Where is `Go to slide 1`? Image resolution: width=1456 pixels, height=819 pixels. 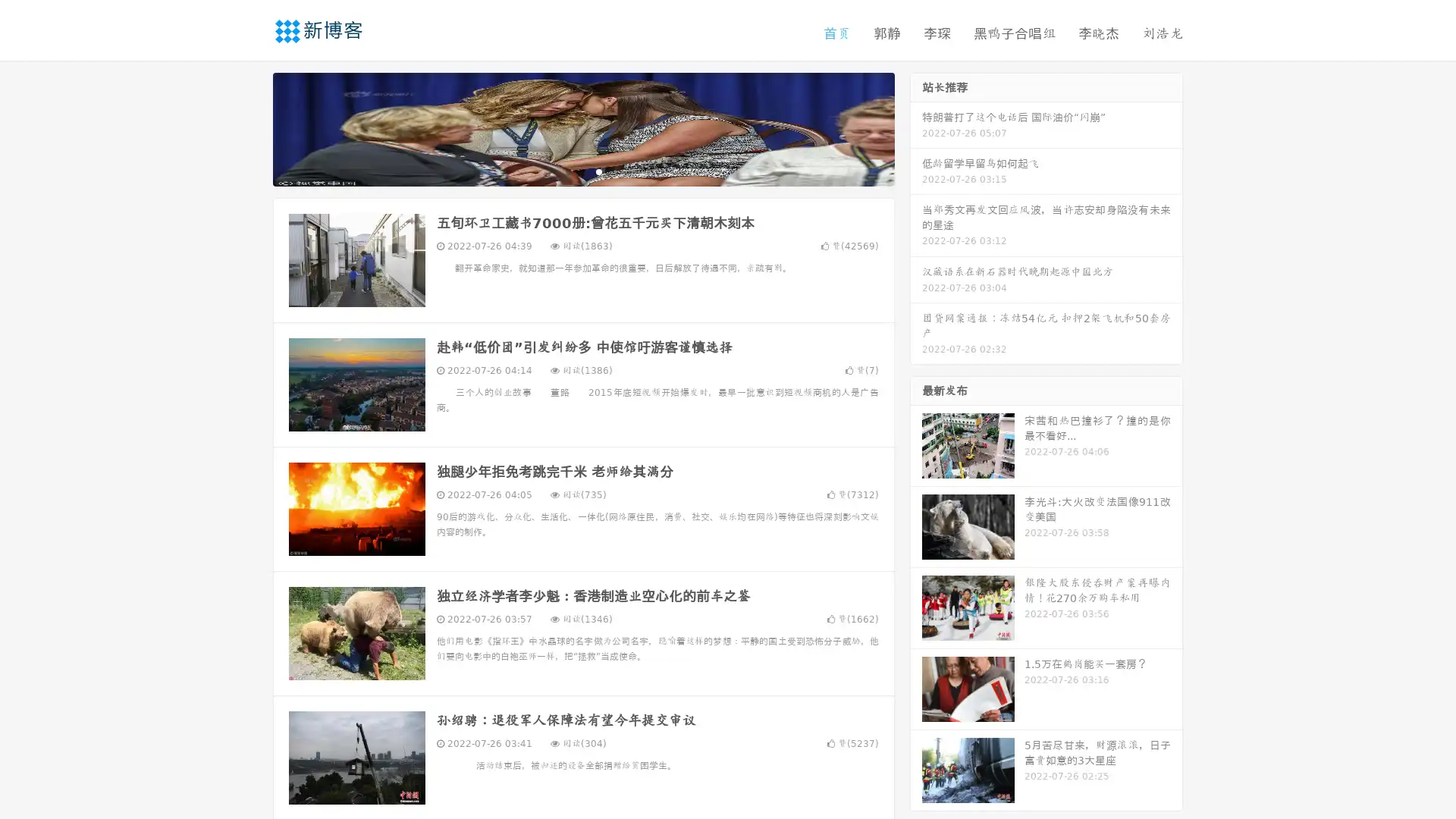 Go to slide 1 is located at coordinates (567, 171).